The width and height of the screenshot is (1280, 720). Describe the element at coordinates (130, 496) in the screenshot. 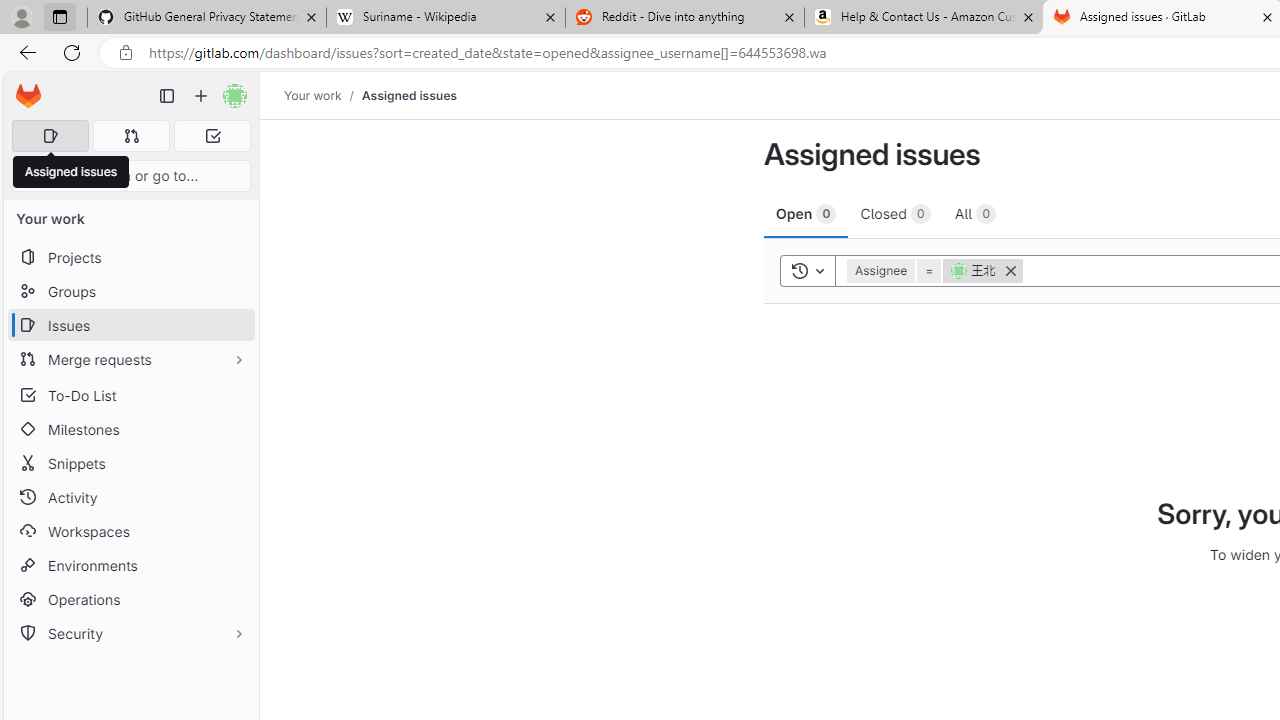

I see `'Activity'` at that location.